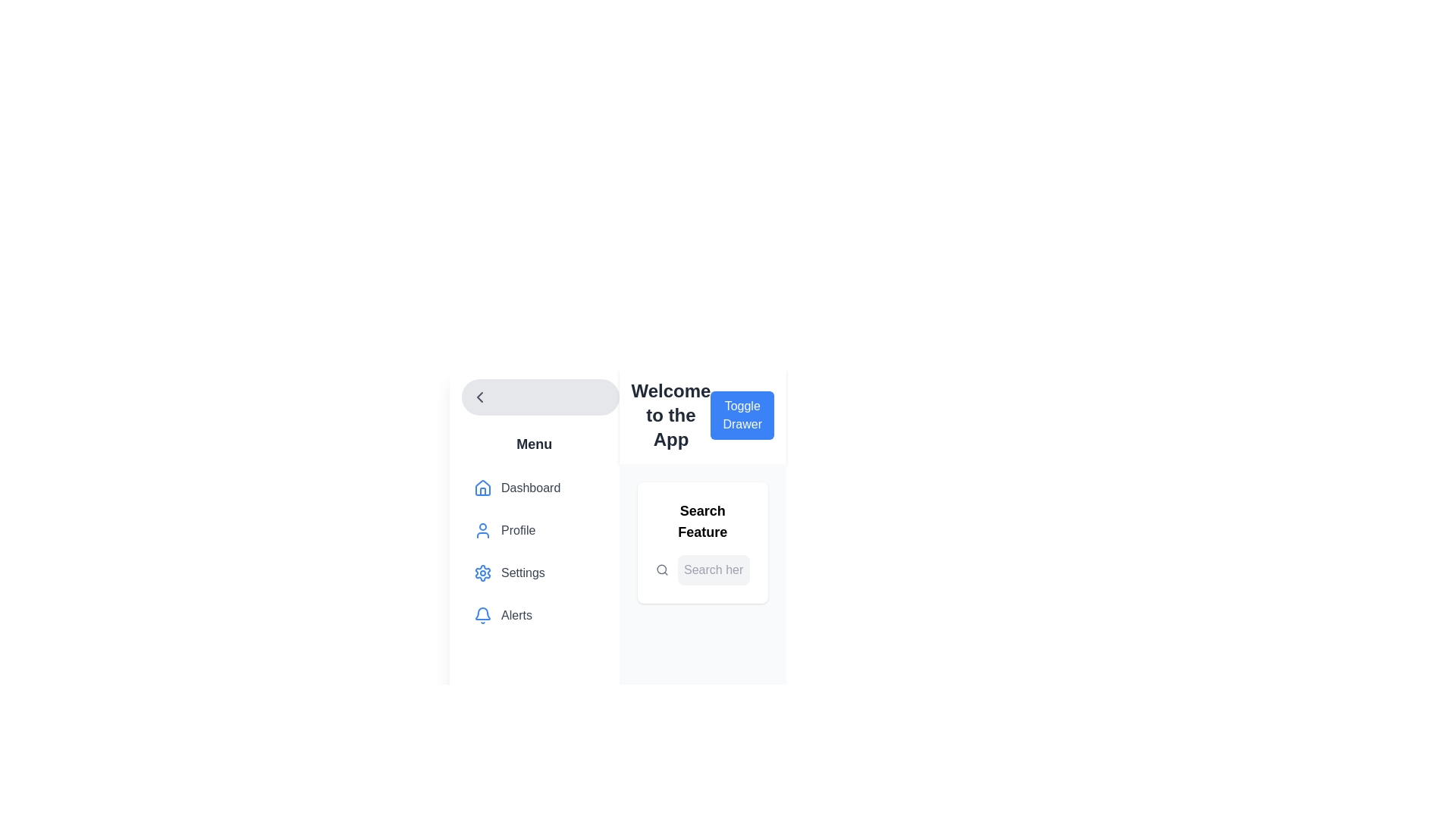 The image size is (1456, 819). Describe the element at coordinates (742, 415) in the screenshot. I see `the 'Toggle Drawer' button, which has a blue background and white text` at that location.